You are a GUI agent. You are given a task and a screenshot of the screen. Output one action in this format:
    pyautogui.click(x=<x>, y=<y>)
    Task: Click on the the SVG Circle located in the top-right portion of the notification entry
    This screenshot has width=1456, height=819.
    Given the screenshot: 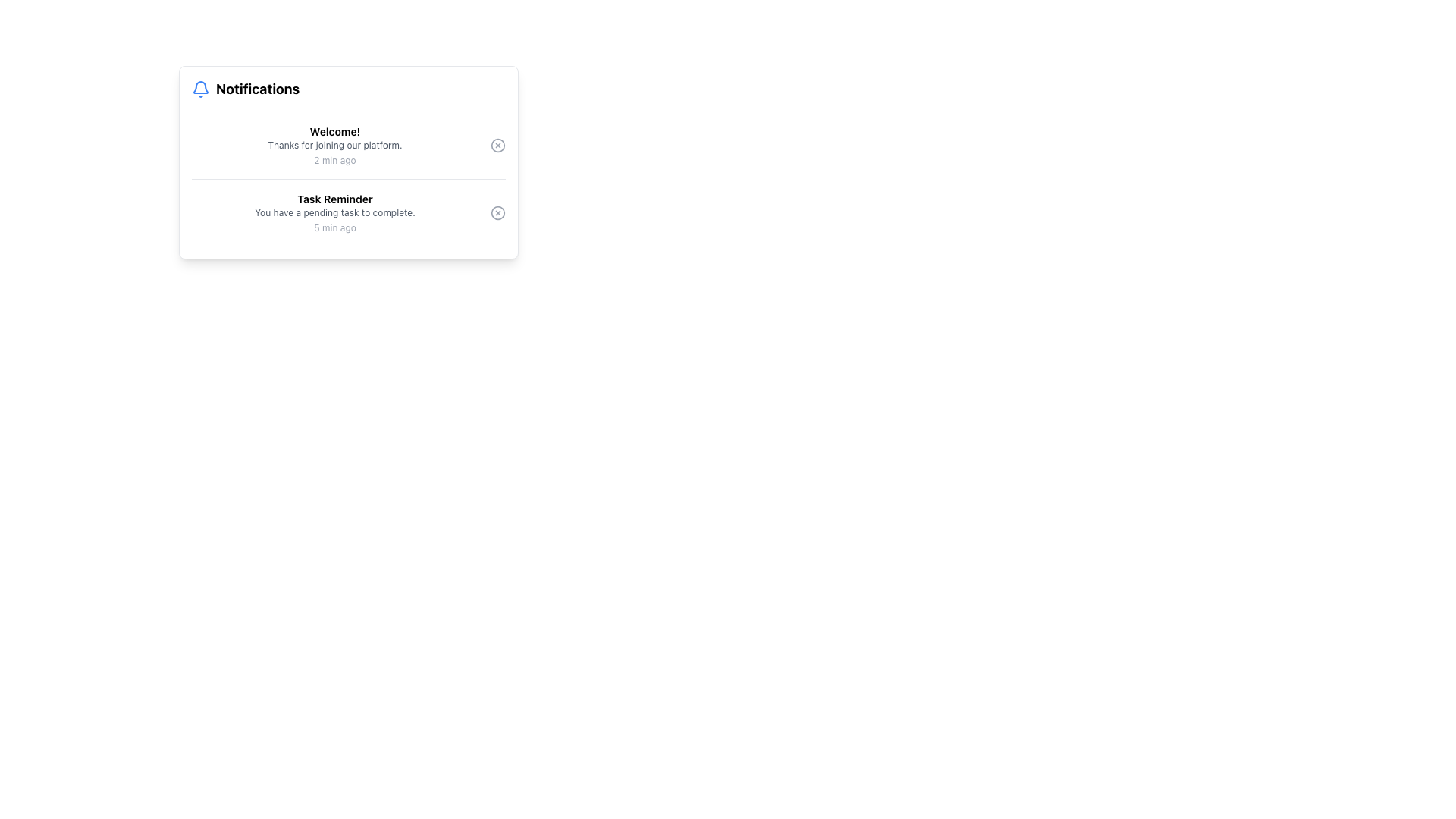 What is the action you would take?
    pyautogui.click(x=498, y=146)
    